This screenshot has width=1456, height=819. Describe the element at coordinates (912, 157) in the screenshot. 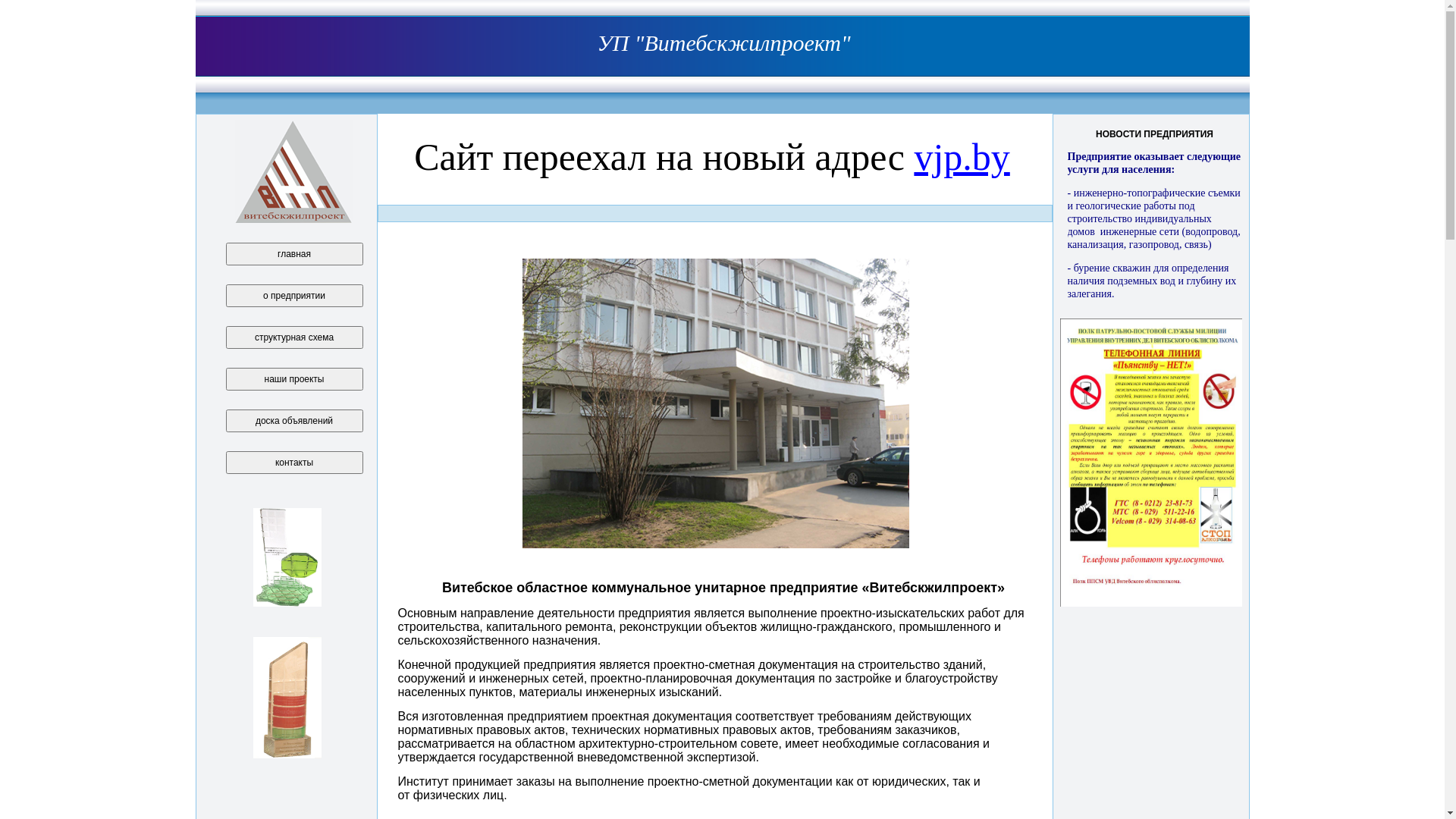

I see `'vjp.by'` at that location.